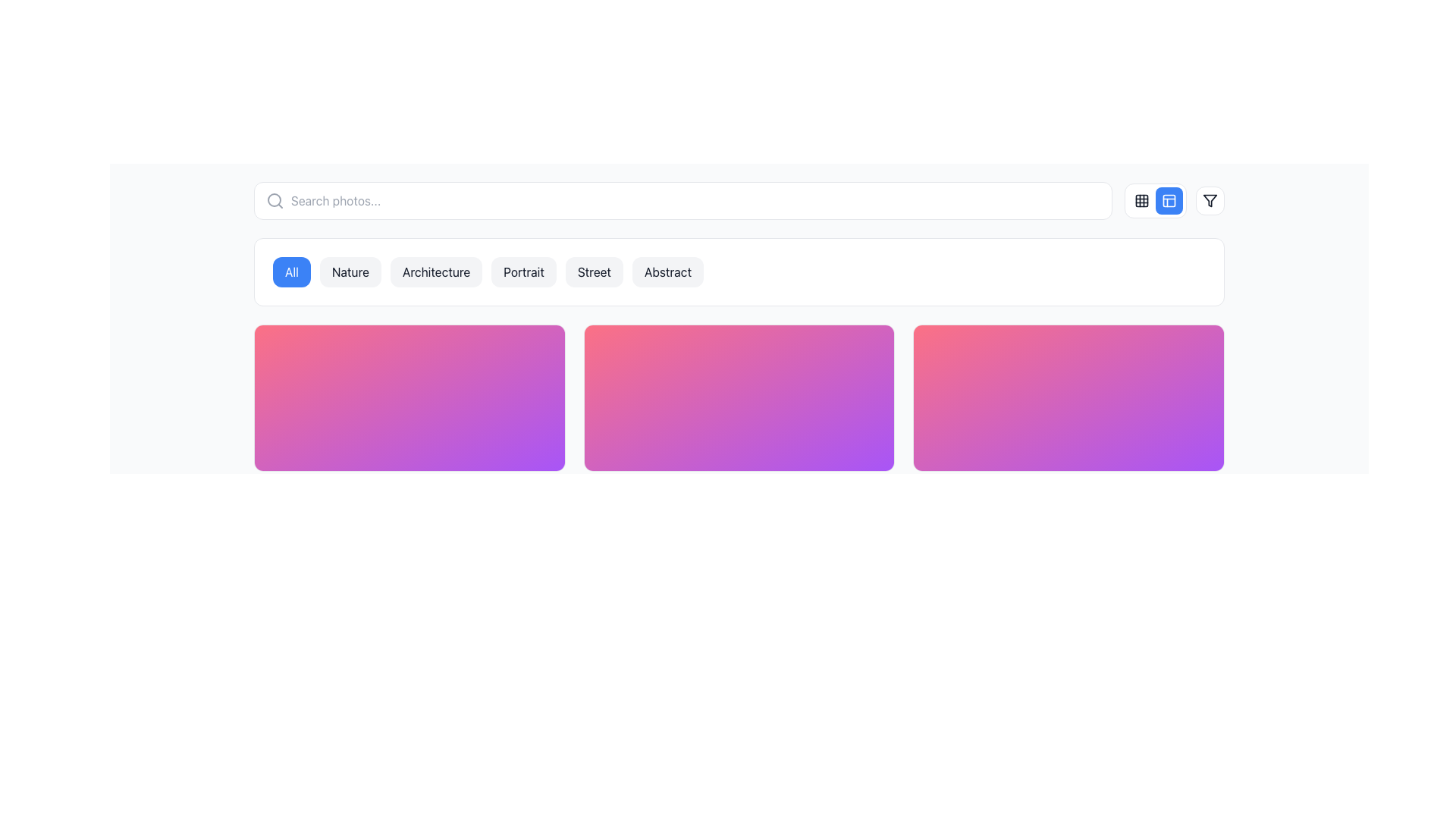 This screenshot has width=1456, height=819. I want to click on the card component, which is a rectangular card with a gradient background transitioning from rose to purple, located, so click(739, 397).